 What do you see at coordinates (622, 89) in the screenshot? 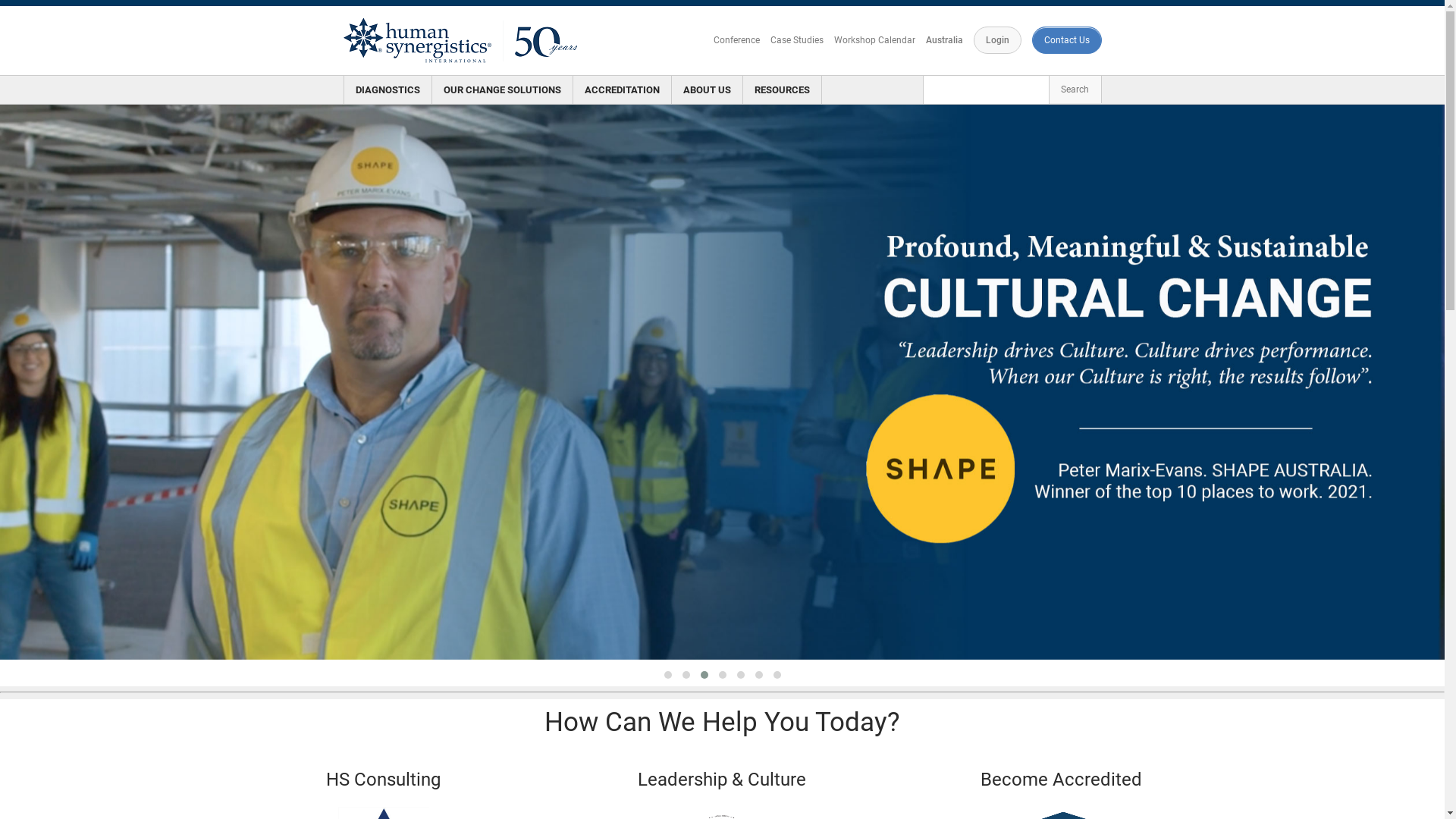
I see `'ACCREDITATION'` at bounding box center [622, 89].